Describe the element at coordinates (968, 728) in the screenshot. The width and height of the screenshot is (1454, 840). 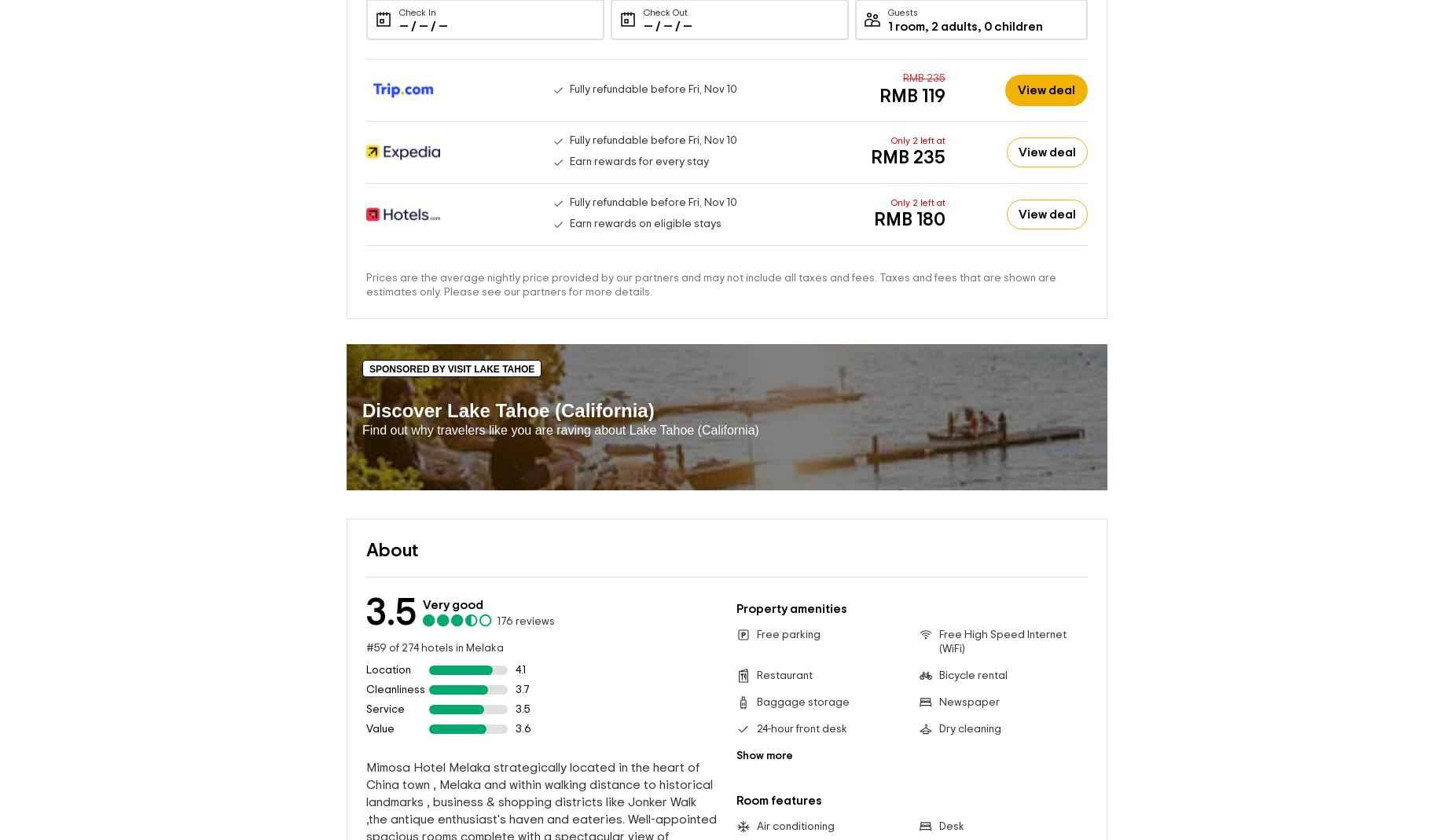
I see `'Dry cleaning'` at that location.